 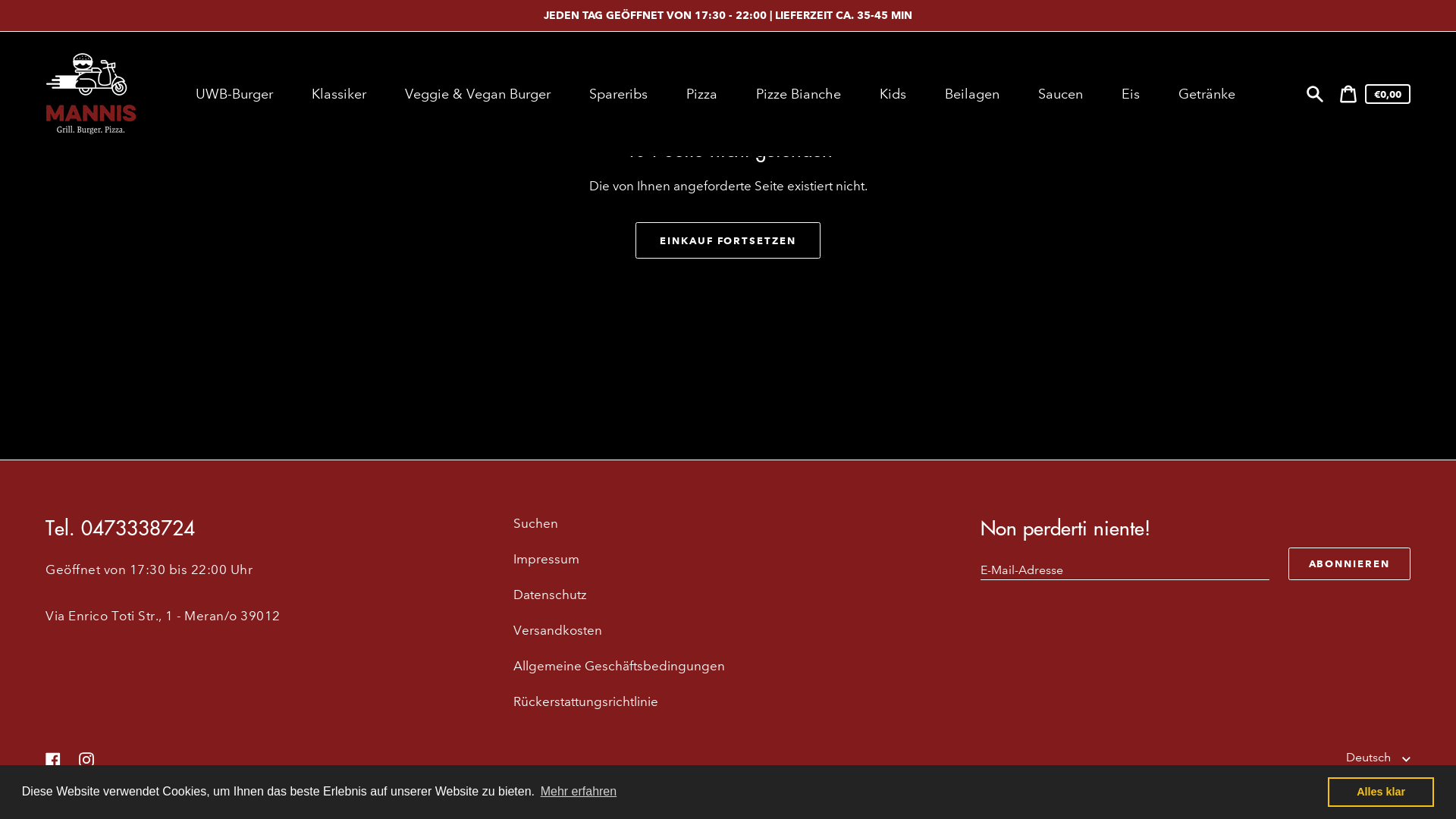 What do you see at coordinates (1132, 93) in the screenshot?
I see `'Eis'` at bounding box center [1132, 93].